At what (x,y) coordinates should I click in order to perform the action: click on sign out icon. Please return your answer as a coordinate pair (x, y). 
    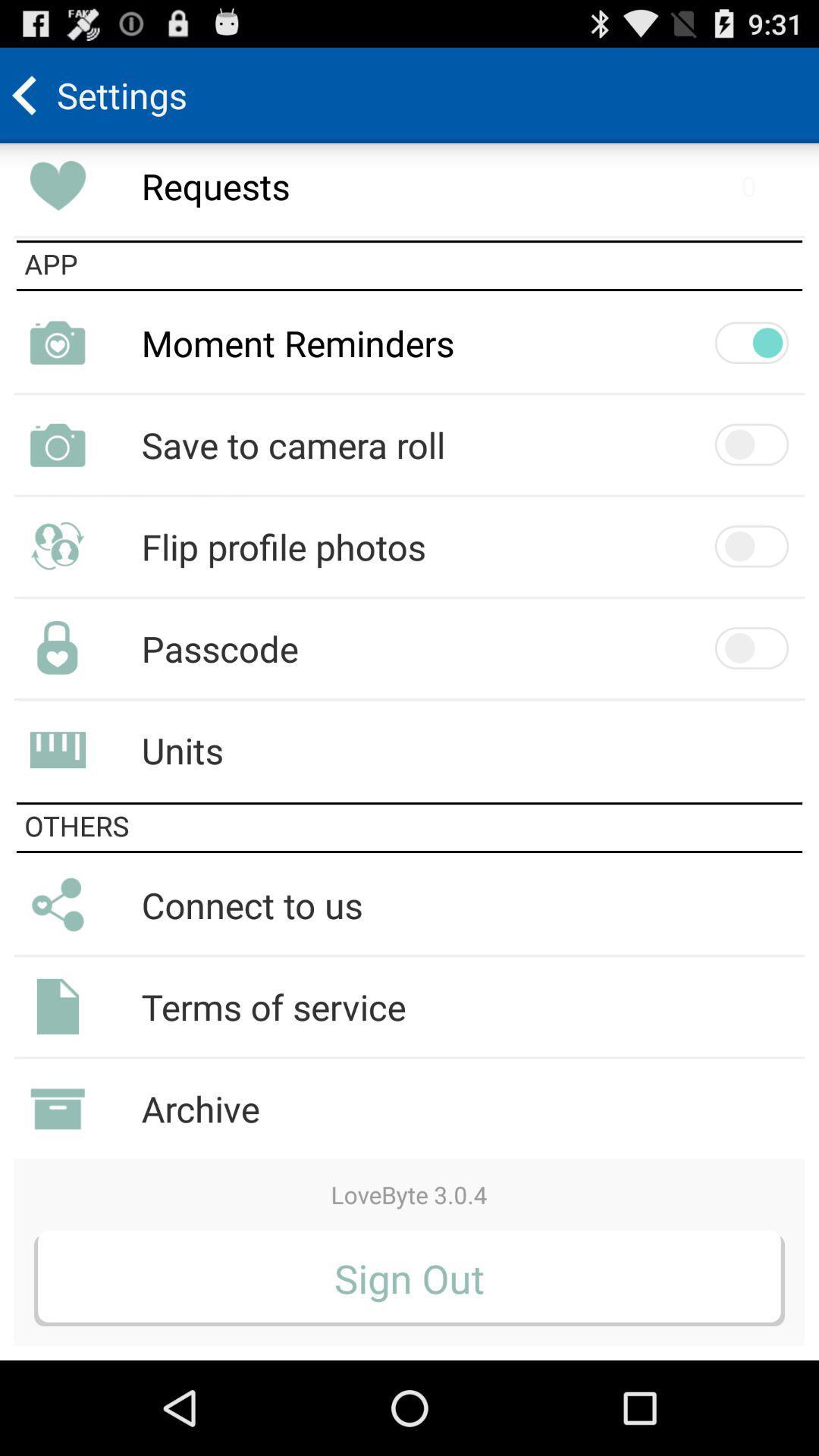
    Looking at the image, I should click on (409, 1277).